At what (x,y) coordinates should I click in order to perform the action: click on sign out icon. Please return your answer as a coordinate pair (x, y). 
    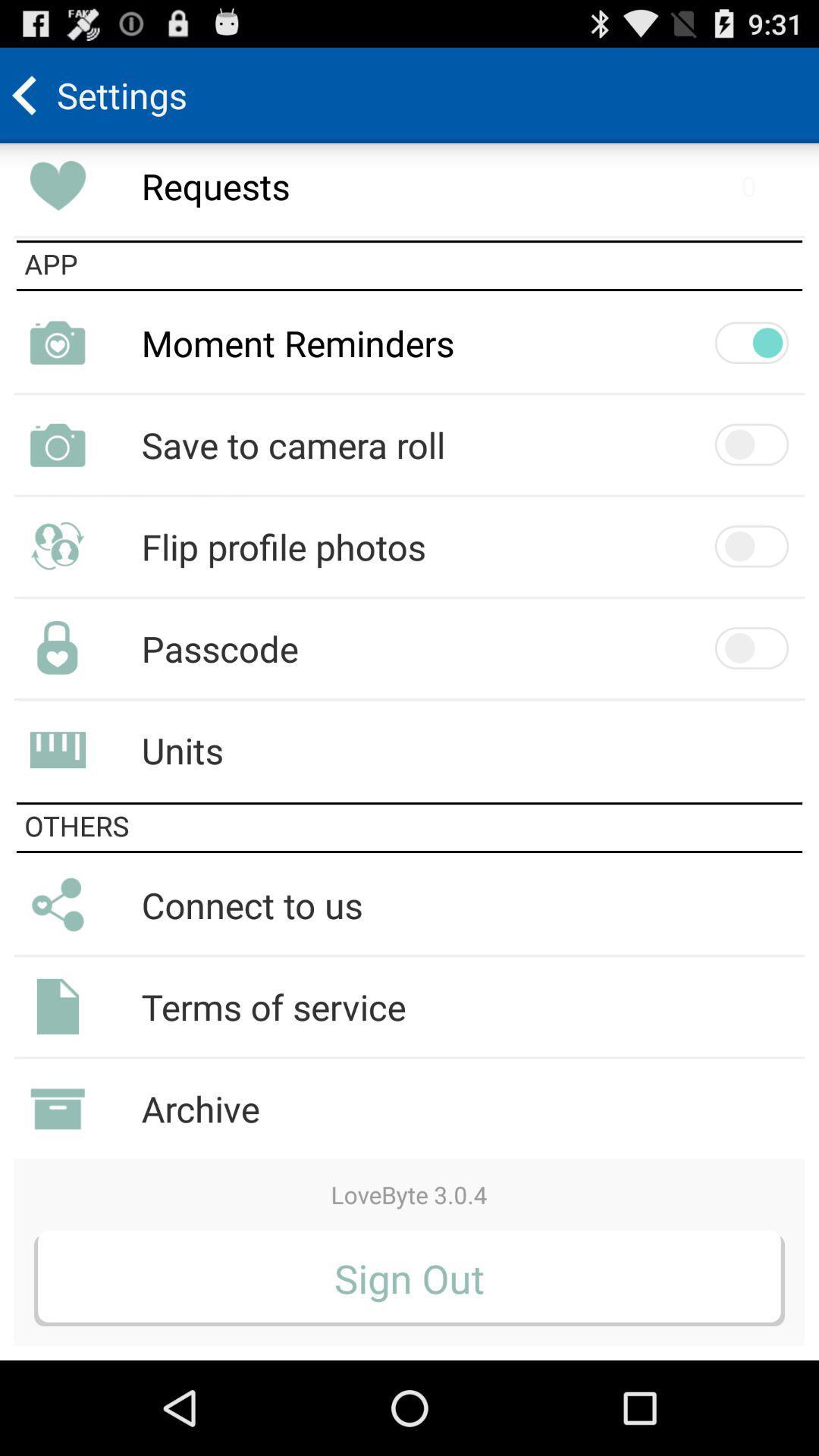
    Looking at the image, I should click on (409, 1277).